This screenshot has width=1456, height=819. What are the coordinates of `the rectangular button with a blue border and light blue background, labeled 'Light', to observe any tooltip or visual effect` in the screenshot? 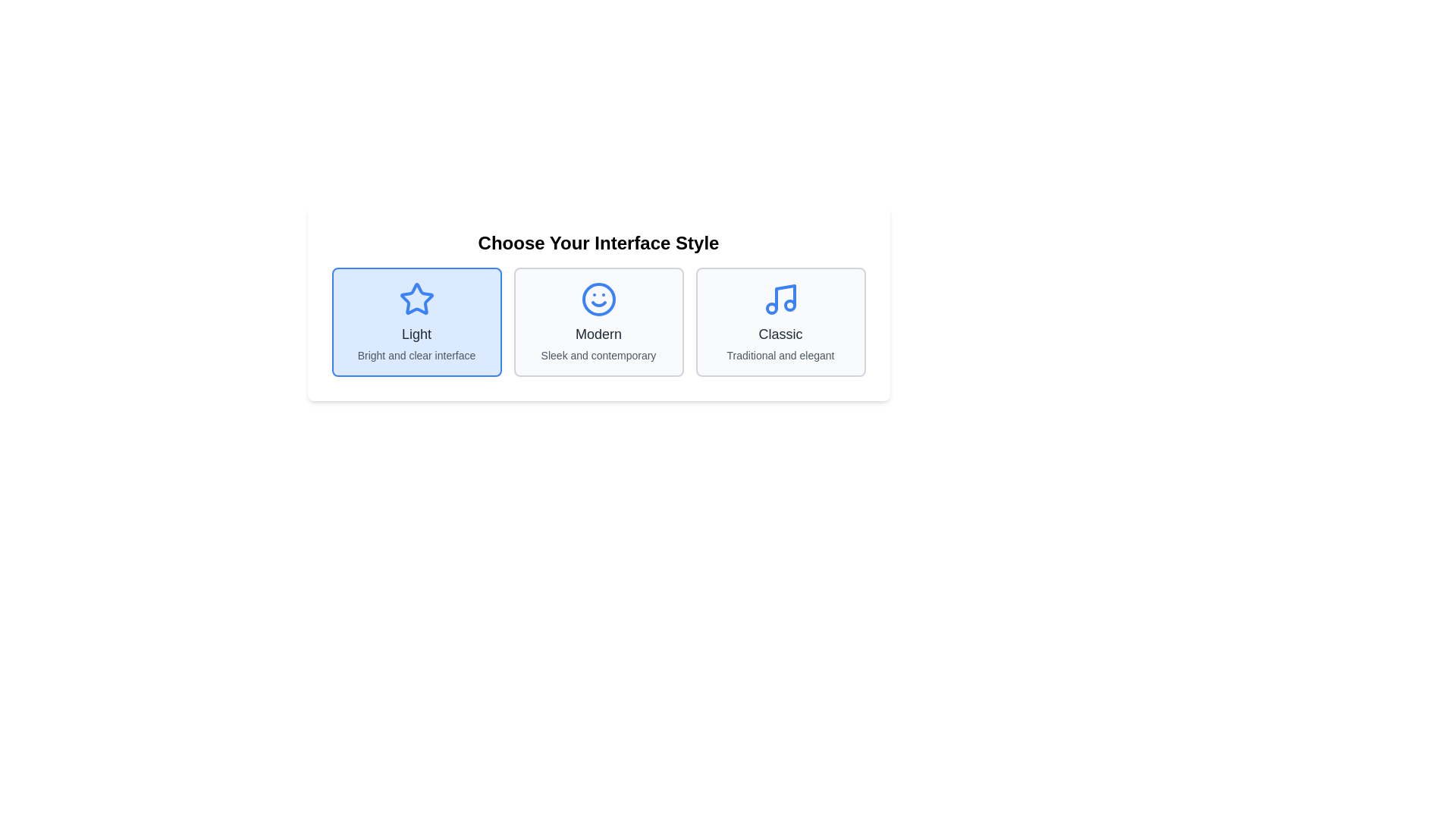 It's located at (416, 321).